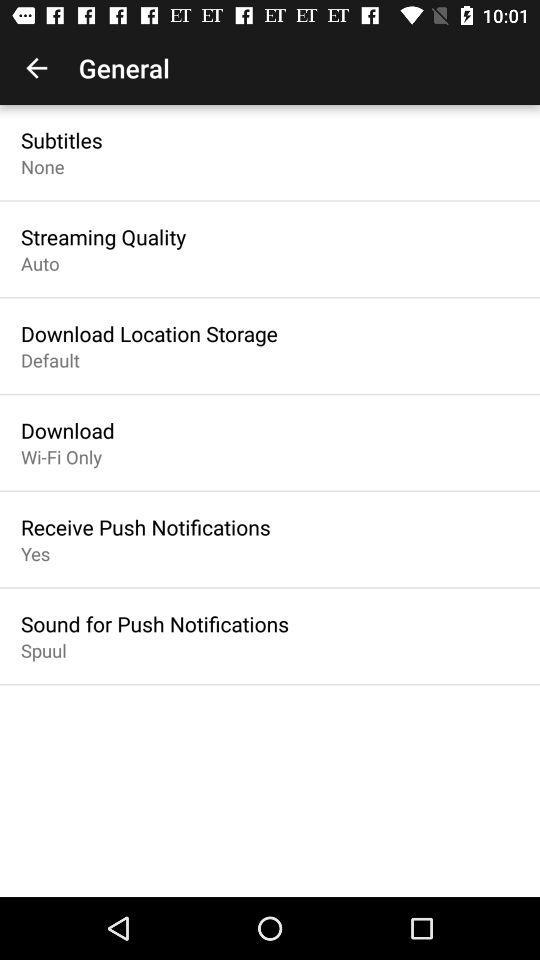 This screenshot has height=960, width=540. Describe the element at coordinates (36, 68) in the screenshot. I see `the icon to the left of the general` at that location.